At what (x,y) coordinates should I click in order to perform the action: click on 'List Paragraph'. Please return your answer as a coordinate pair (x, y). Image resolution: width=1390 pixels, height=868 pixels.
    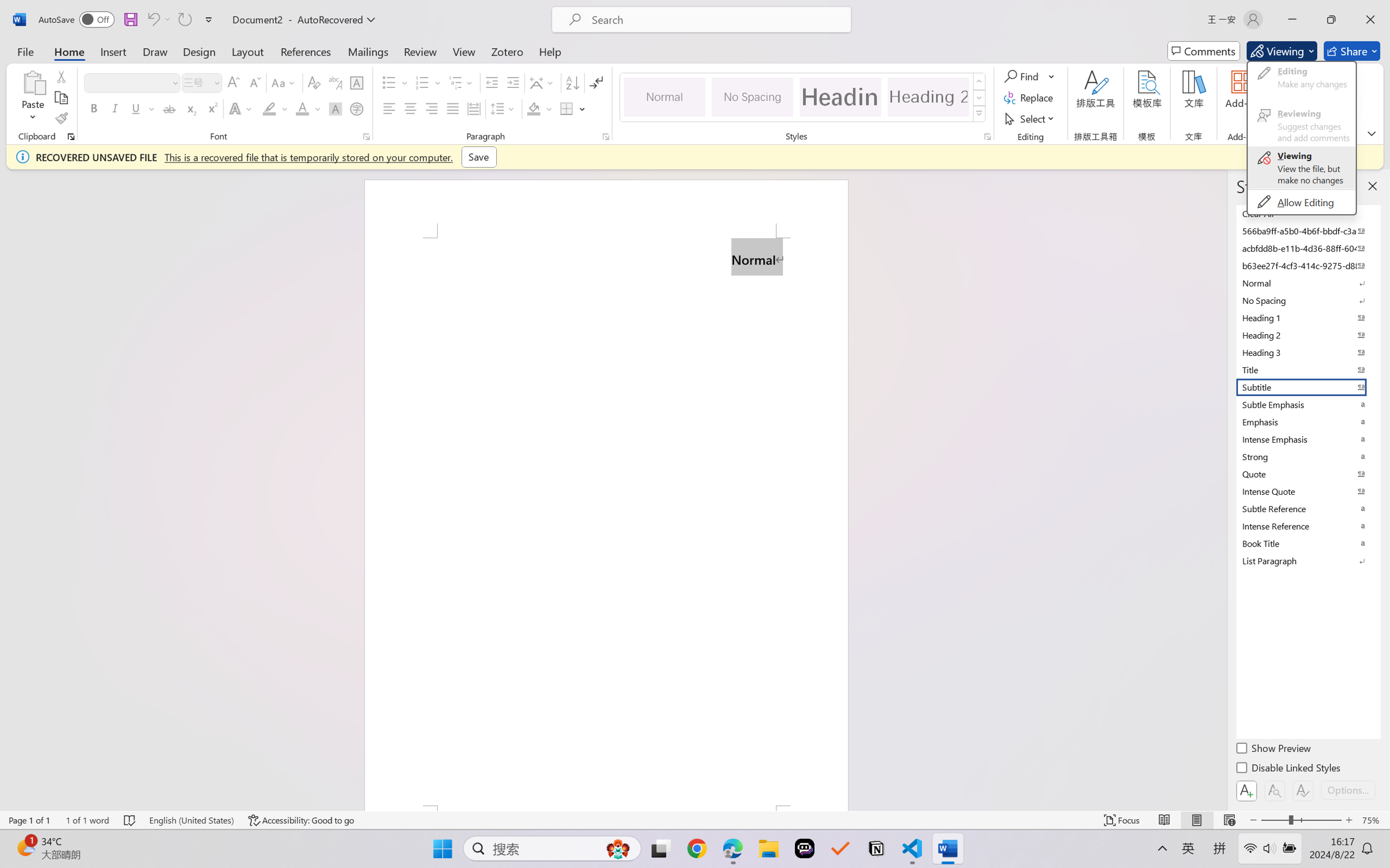
    Looking at the image, I should click on (1307, 560).